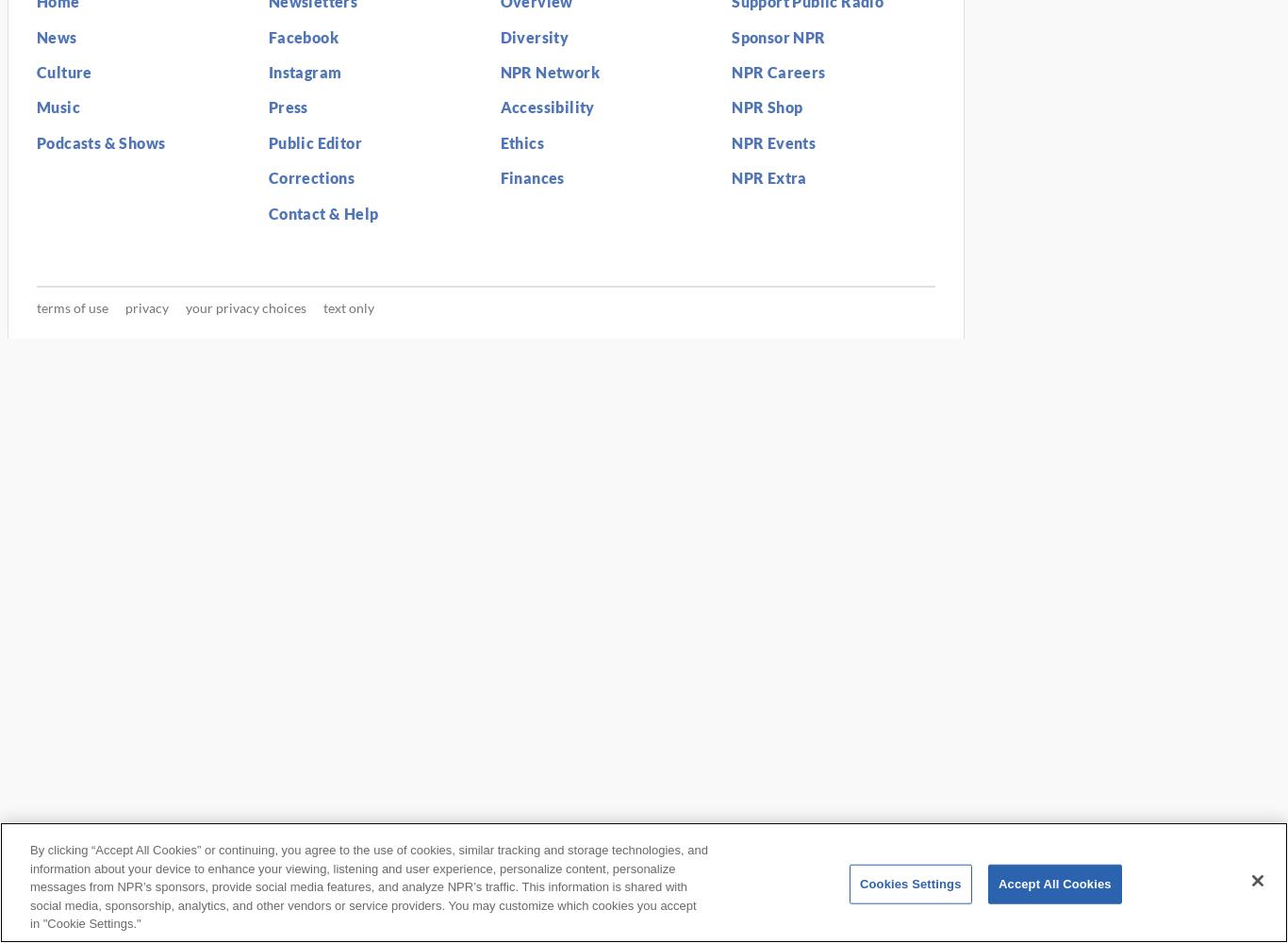  What do you see at coordinates (145, 306) in the screenshot?
I see `'Privacy'` at bounding box center [145, 306].